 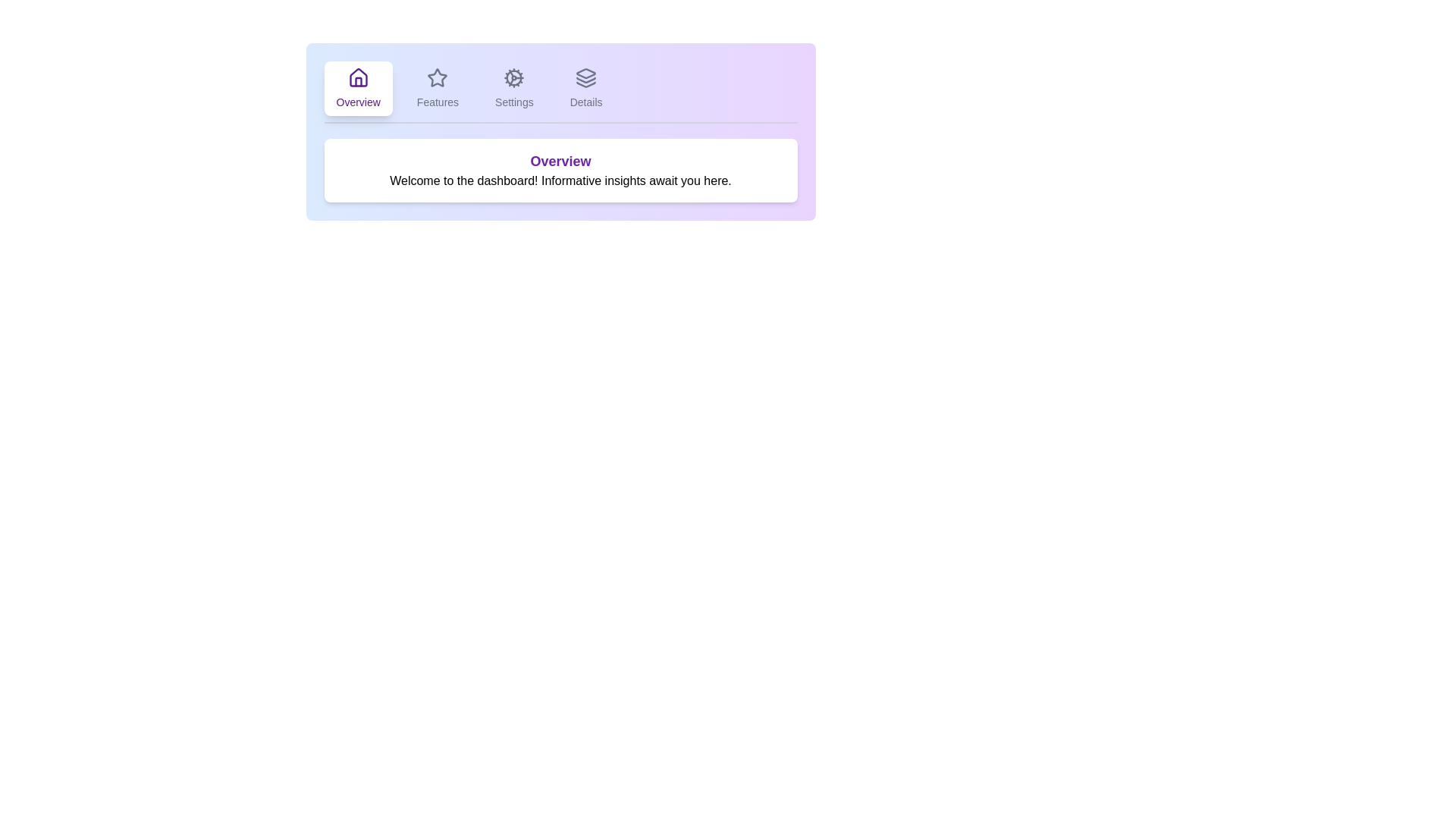 What do you see at coordinates (357, 88) in the screenshot?
I see `the tab labeled Overview` at bounding box center [357, 88].